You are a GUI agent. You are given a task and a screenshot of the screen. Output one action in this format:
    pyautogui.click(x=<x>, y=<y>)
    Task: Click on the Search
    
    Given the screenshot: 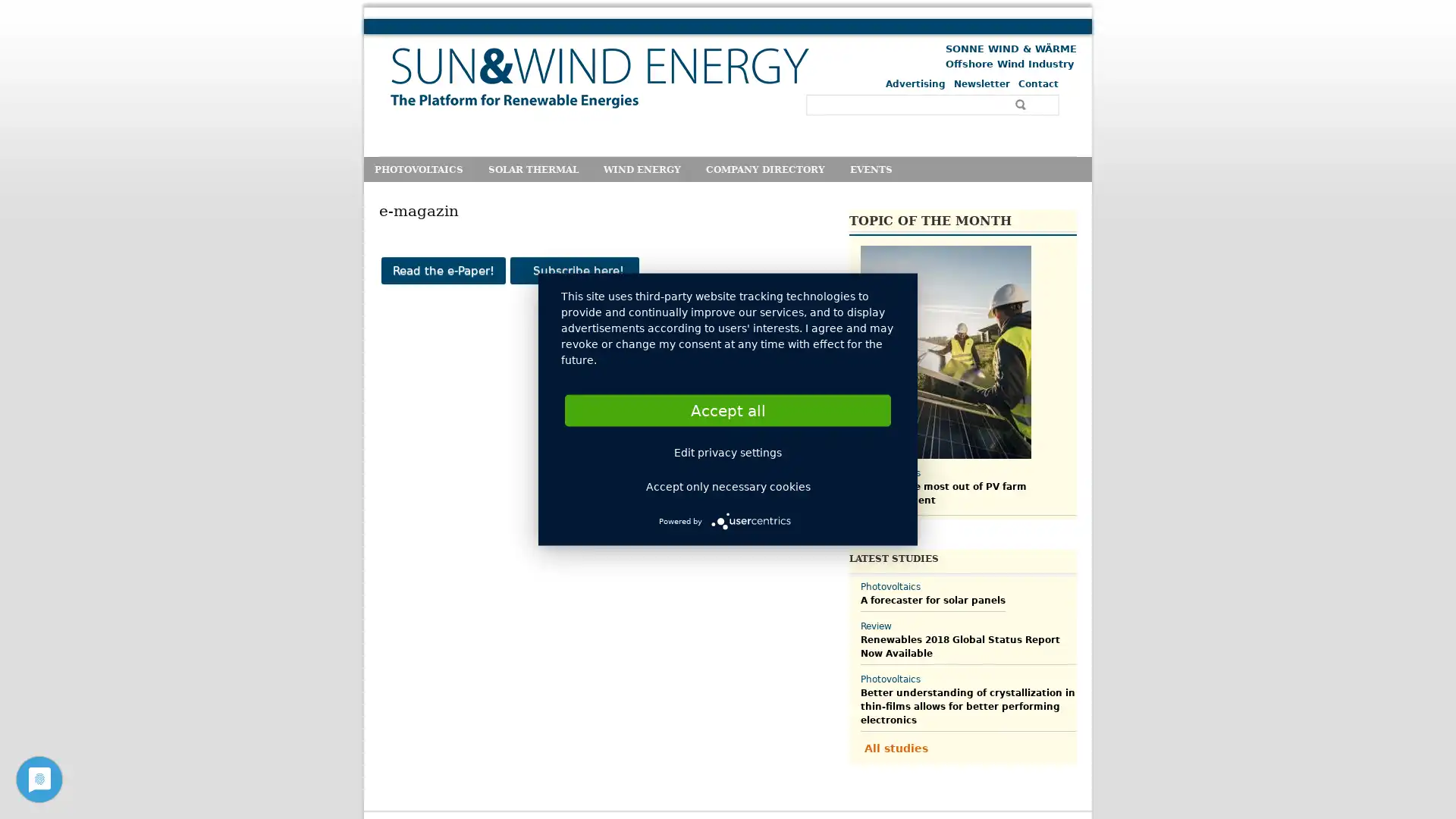 What is the action you would take?
    pyautogui.click(x=1022, y=104)
    